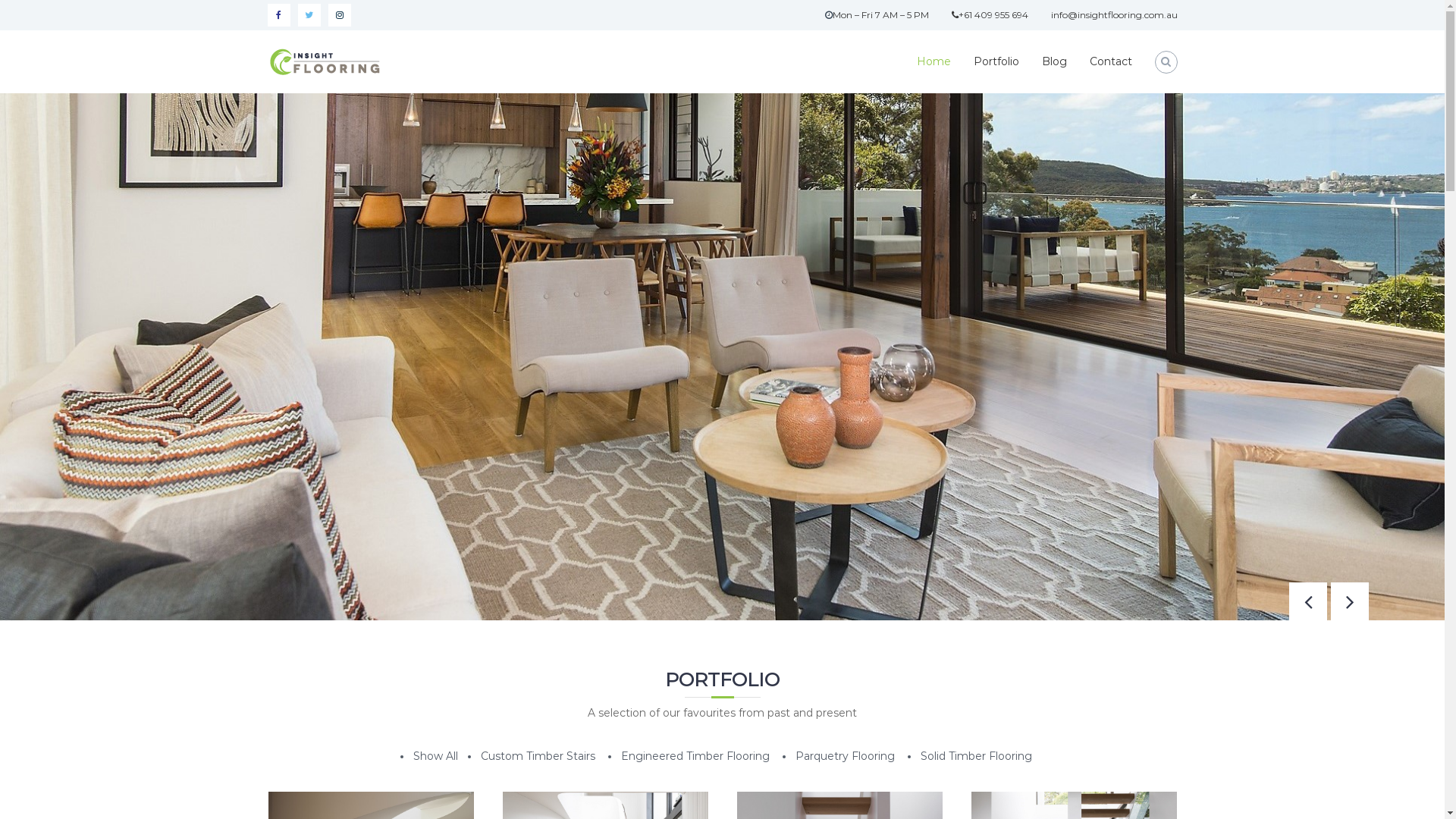 The height and width of the screenshot is (819, 1456). Describe the element at coordinates (932, 61) in the screenshot. I see `'Home'` at that location.